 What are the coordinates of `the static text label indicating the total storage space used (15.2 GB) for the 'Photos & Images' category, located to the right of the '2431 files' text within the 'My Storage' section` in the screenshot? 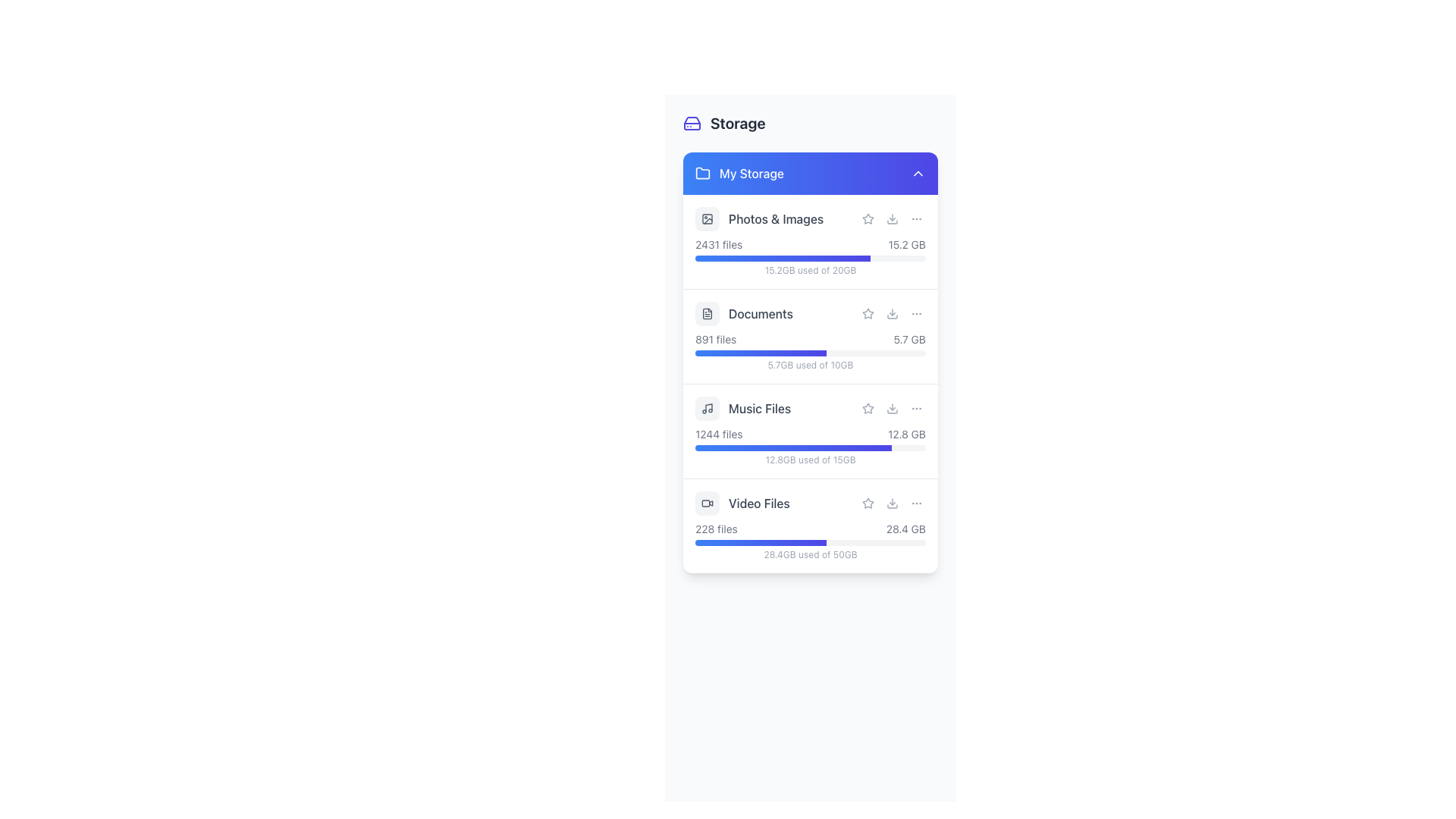 It's located at (907, 244).